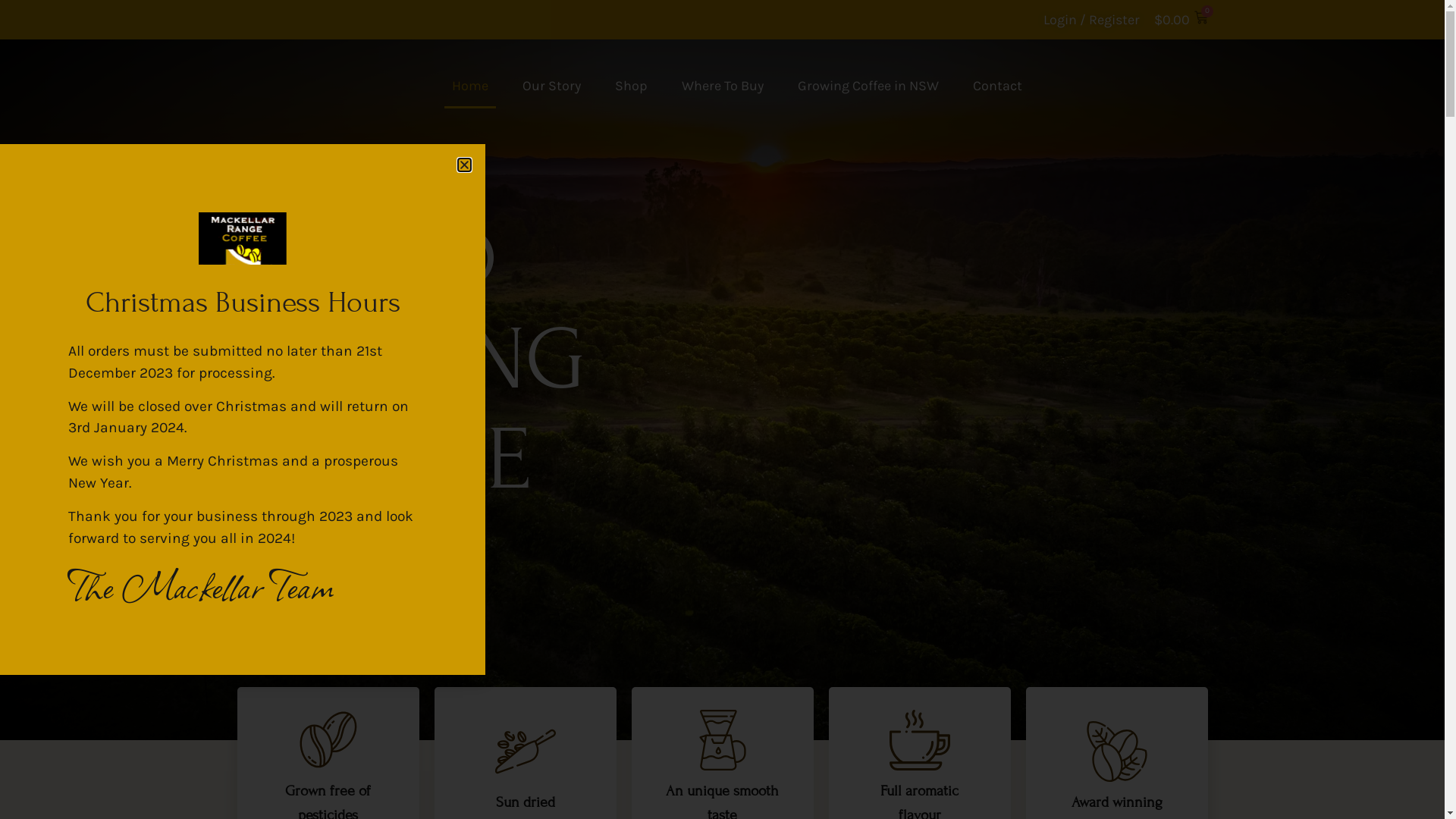  Describe the element at coordinates (1153, 20) in the screenshot. I see `'$0.00` at that location.